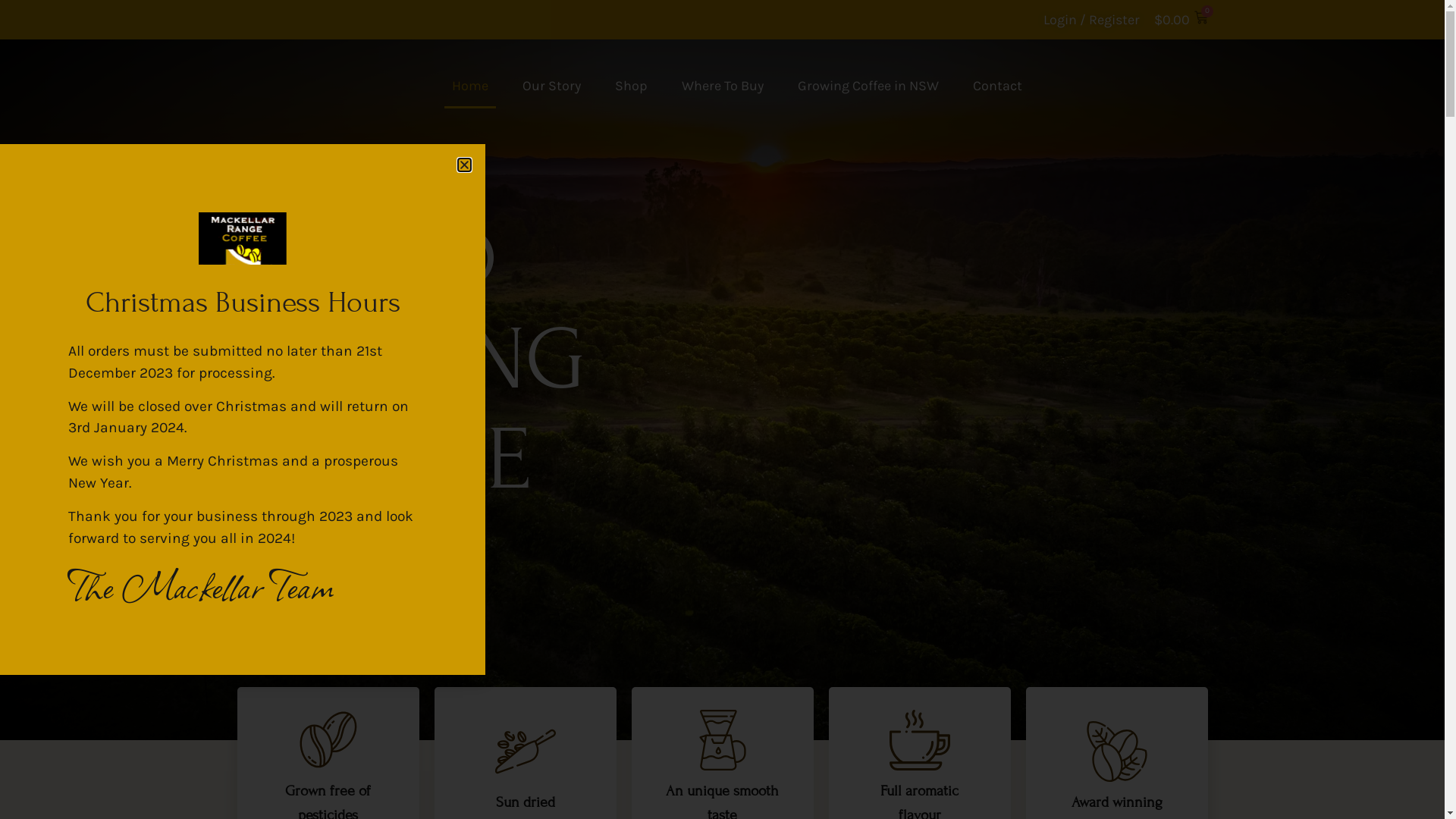  Describe the element at coordinates (1153, 20) in the screenshot. I see `'$0.00` at that location.